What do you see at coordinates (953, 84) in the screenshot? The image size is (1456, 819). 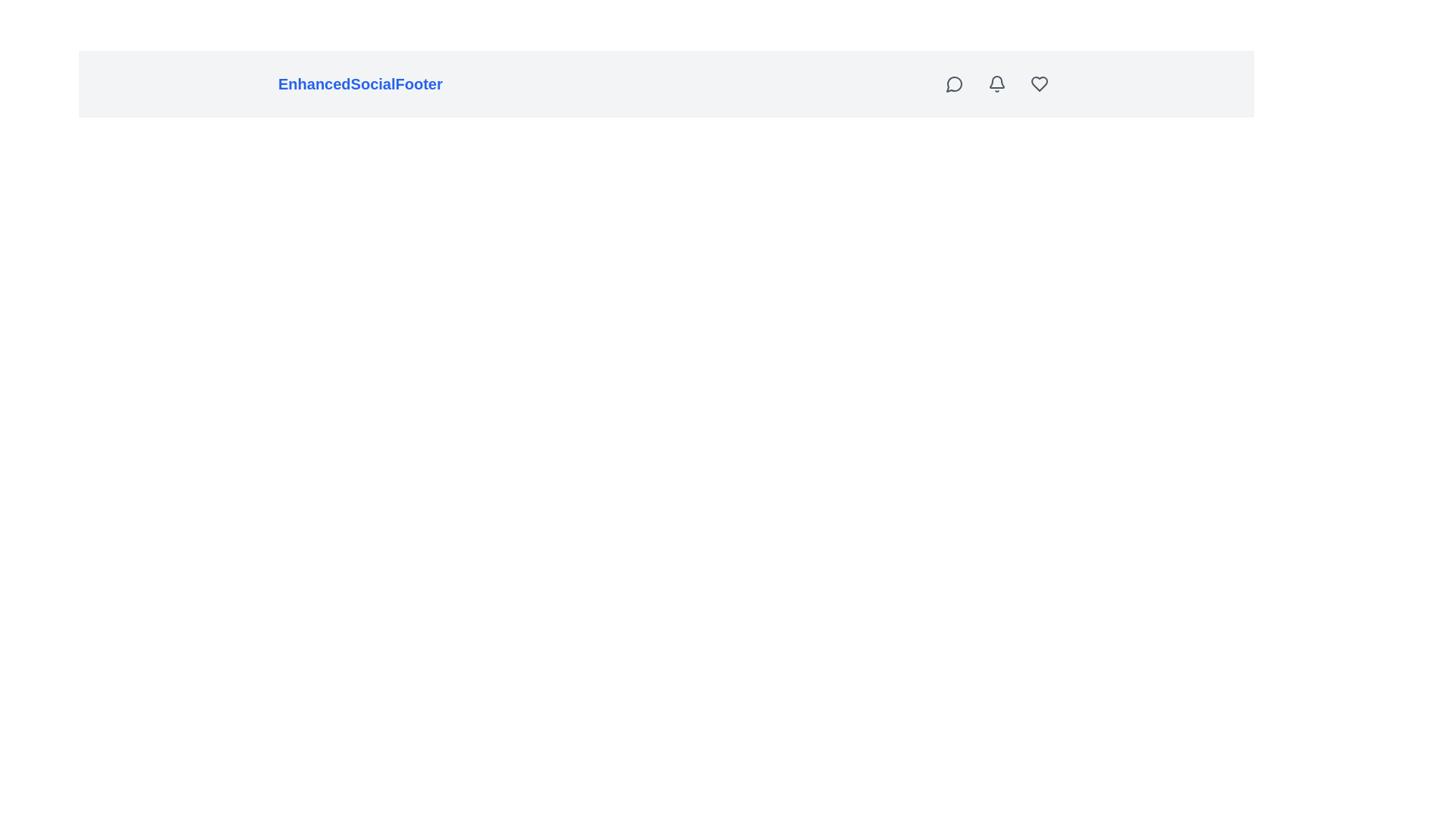 I see `the speech bubble icon button located in the top-right corner of the interface, to the left of the bell-shaped icon and right of the text 'EnhancedSocialFooter'` at bounding box center [953, 84].